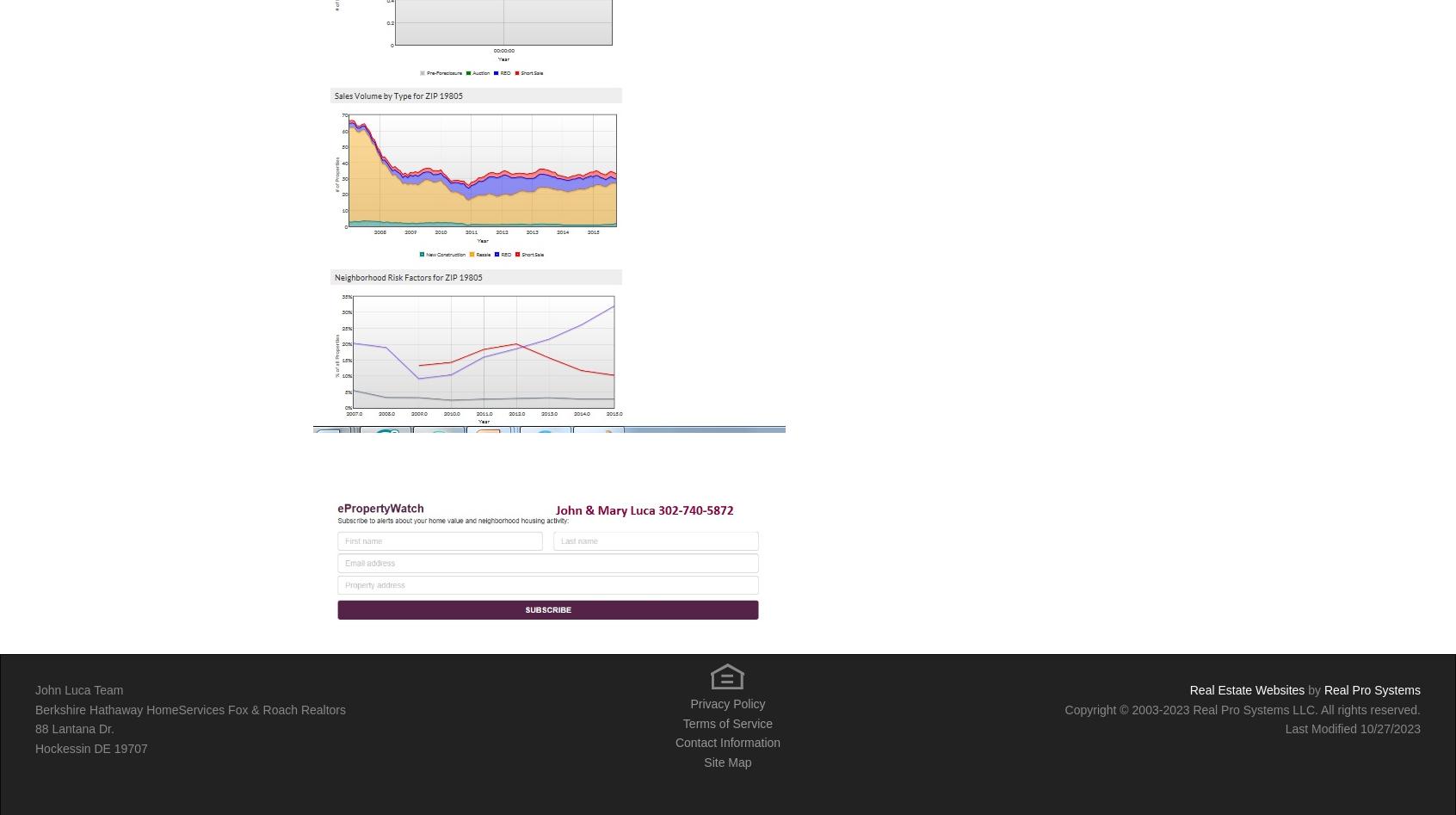 The image size is (1456, 815). I want to click on '19707', so click(113, 746).